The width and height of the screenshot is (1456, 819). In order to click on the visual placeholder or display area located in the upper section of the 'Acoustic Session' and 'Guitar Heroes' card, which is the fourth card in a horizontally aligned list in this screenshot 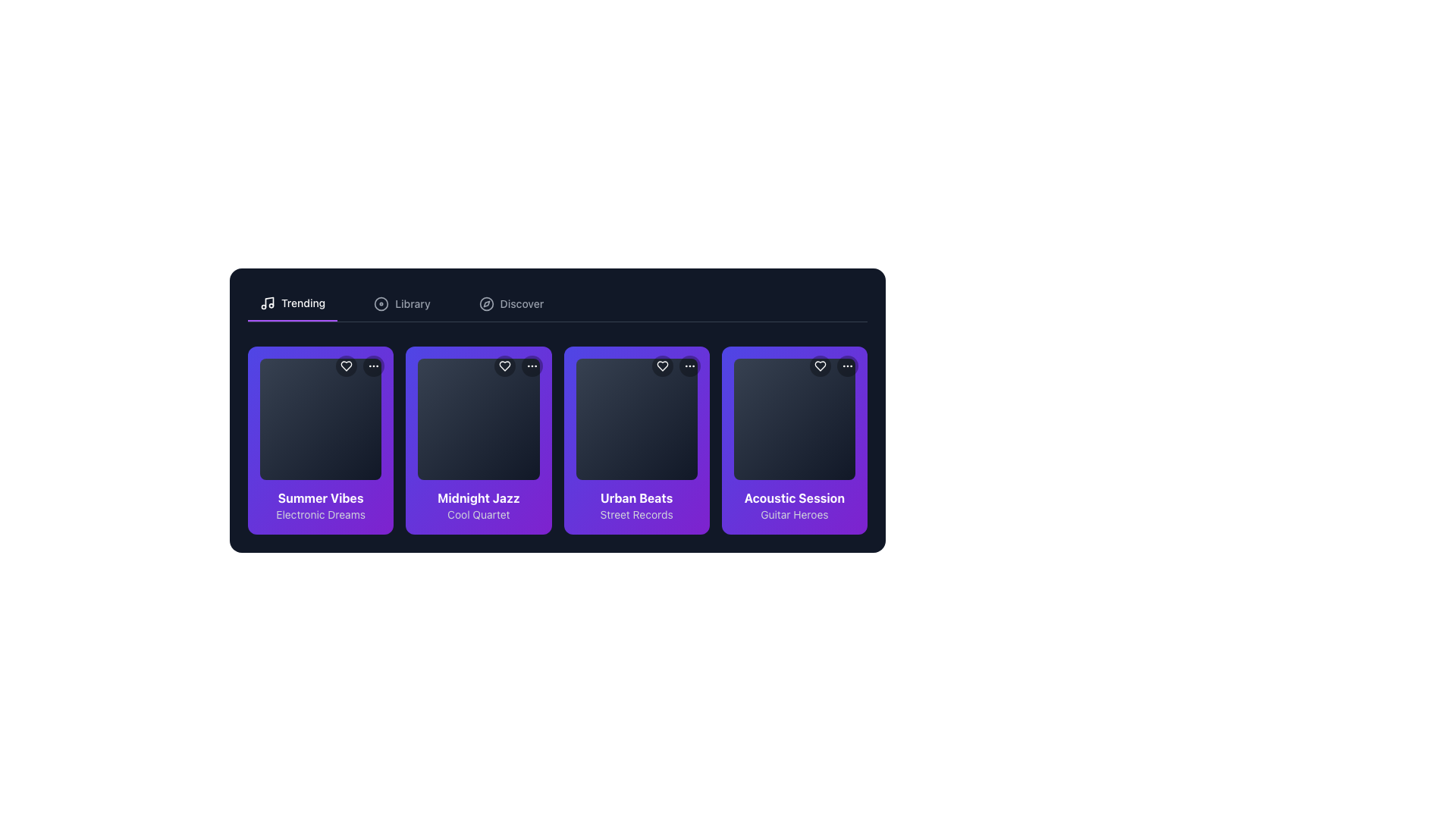, I will do `click(793, 419)`.